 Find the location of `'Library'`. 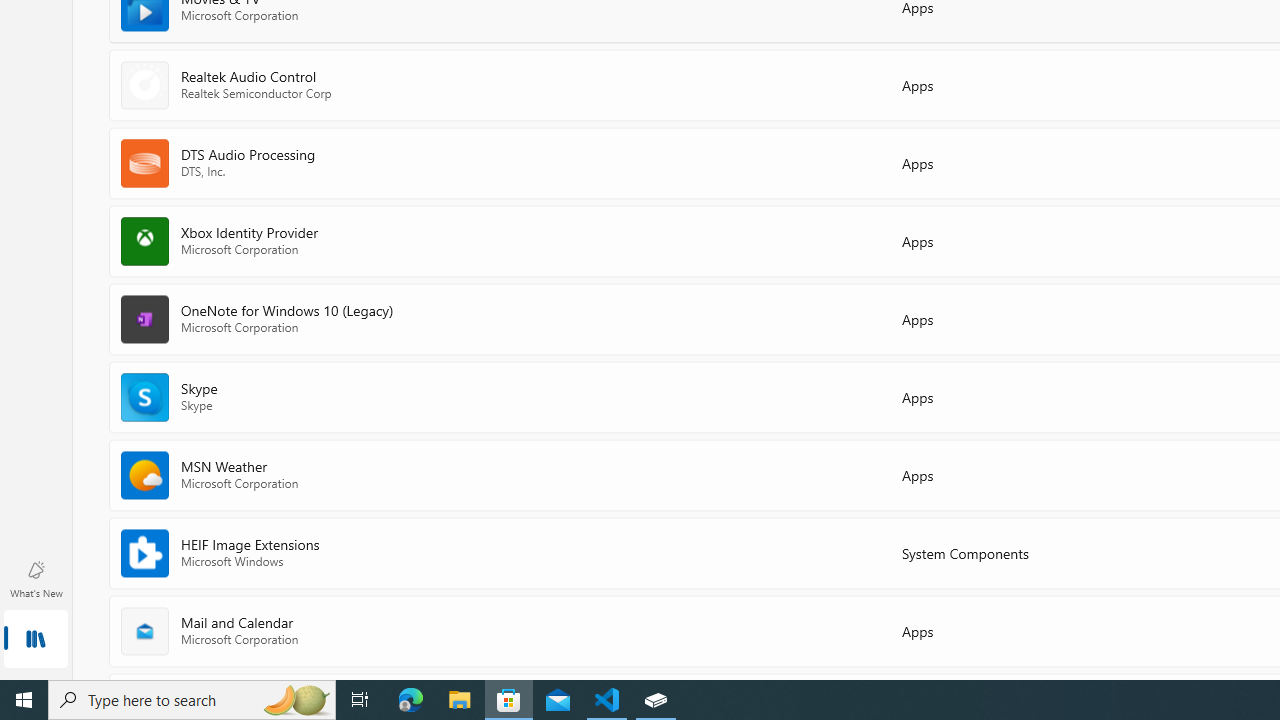

'Library' is located at coordinates (35, 640).